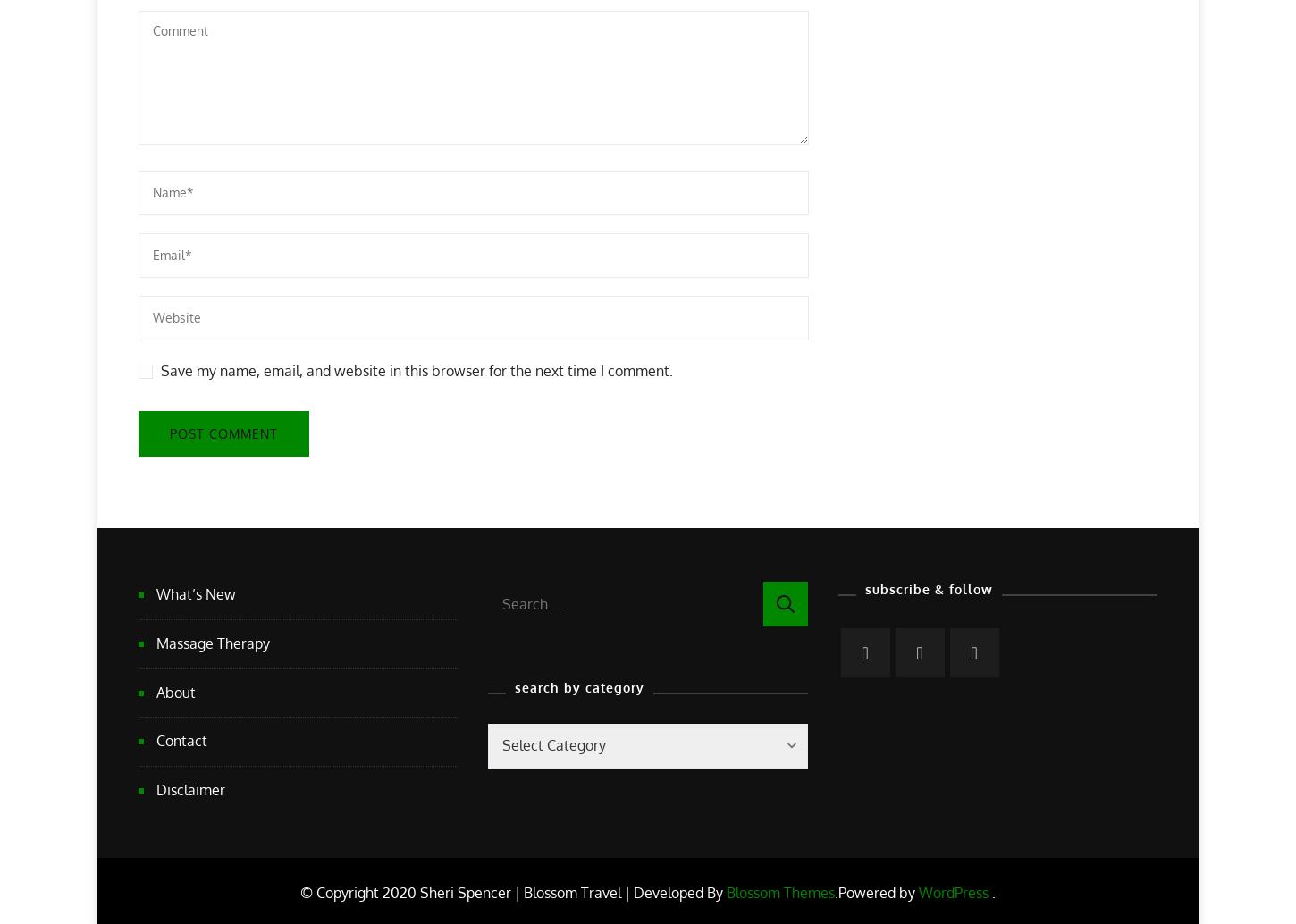 This screenshot has height=924, width=1296. What do you see at coordinates (156, 788) in the screenshot?
I see `'Disclaimer'` at bounding box center [156, 788].